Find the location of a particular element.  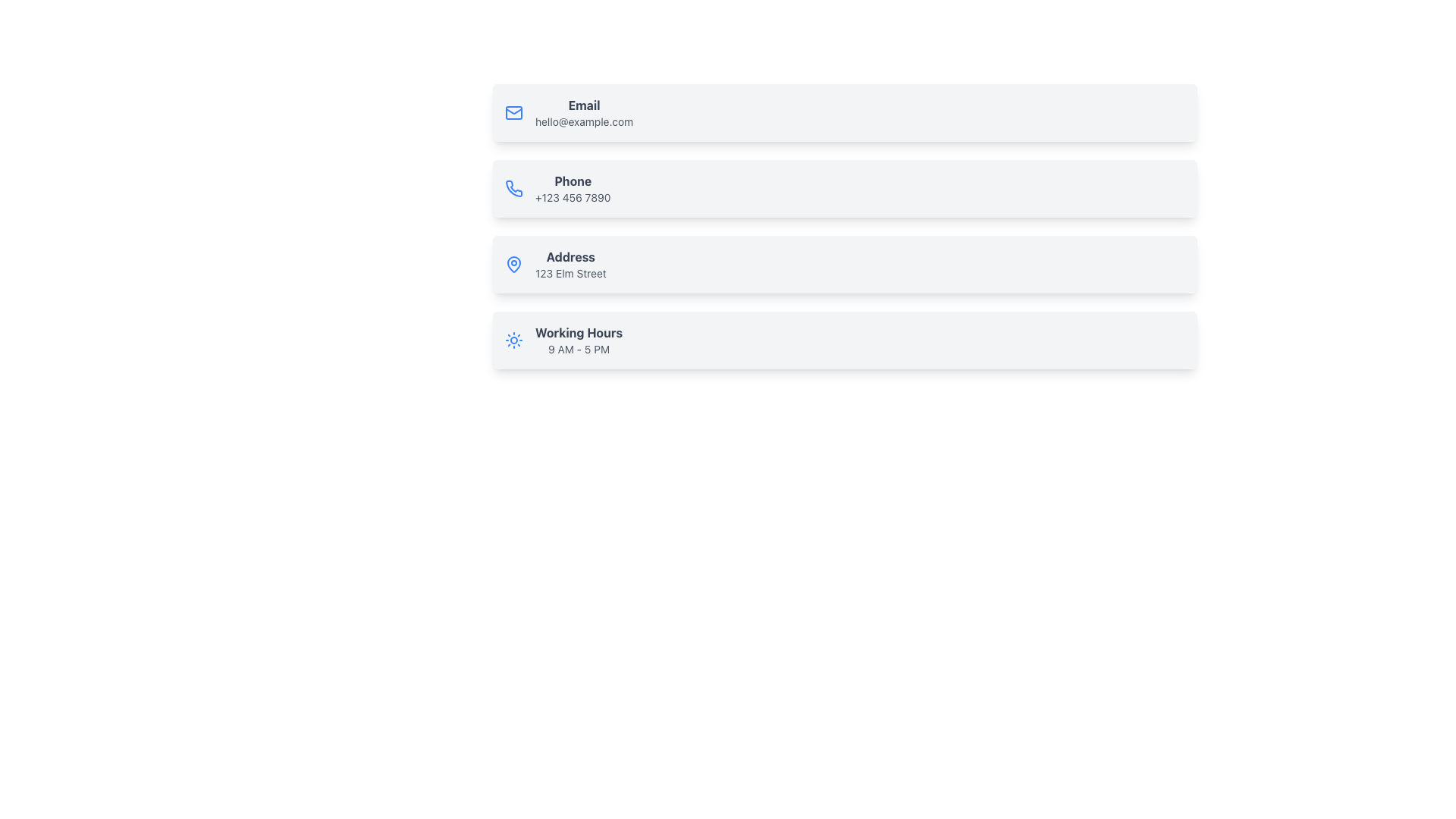

the Text Label displaying the working hours of the establishment, which is positioned to the right of a sun-like icon and below the title 'Working Hours' in the contact details list is located at coordinates (578, 350).